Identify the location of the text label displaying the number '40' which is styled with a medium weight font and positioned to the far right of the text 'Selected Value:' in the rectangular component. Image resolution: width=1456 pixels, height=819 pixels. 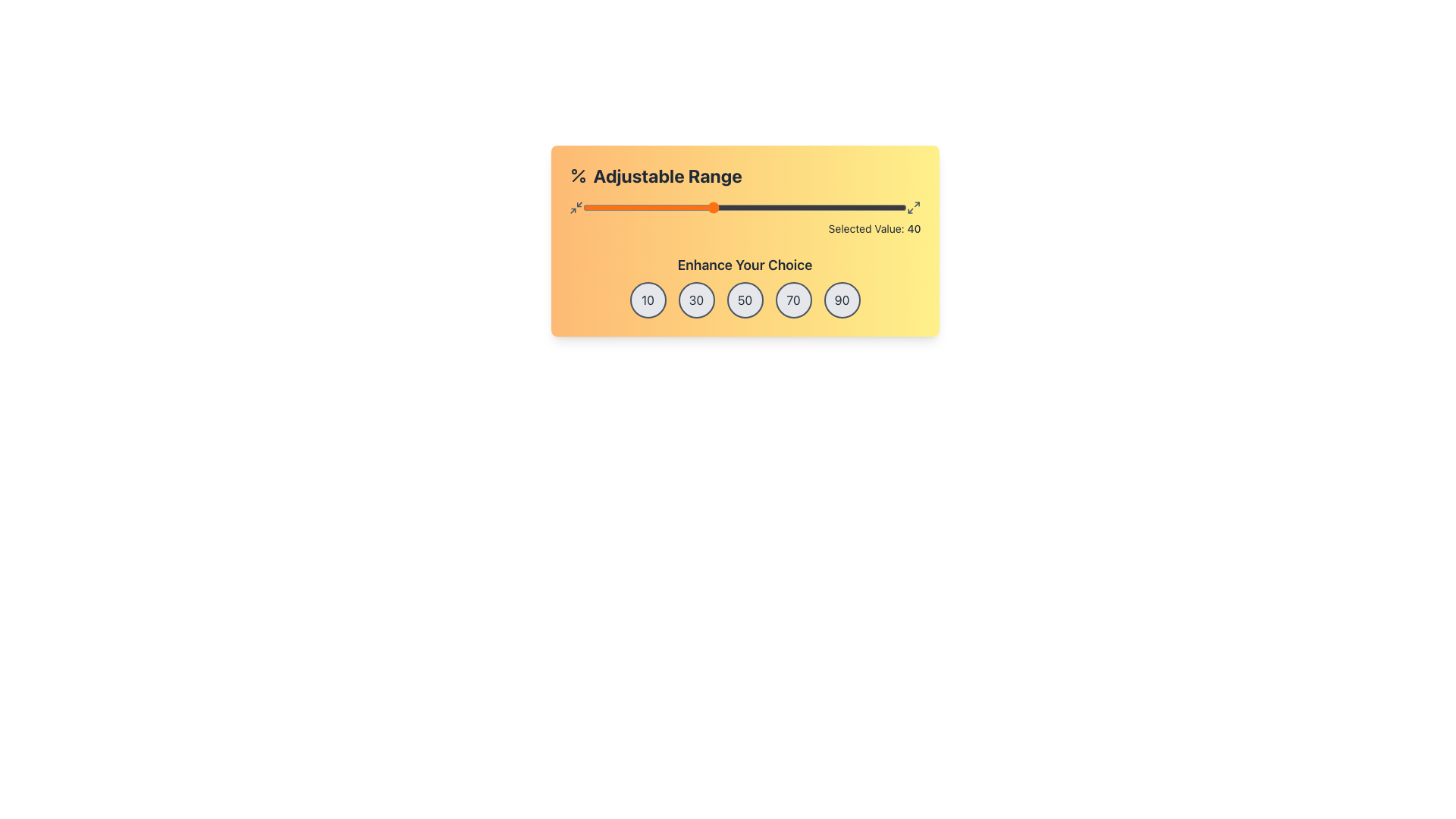
(913, 228).